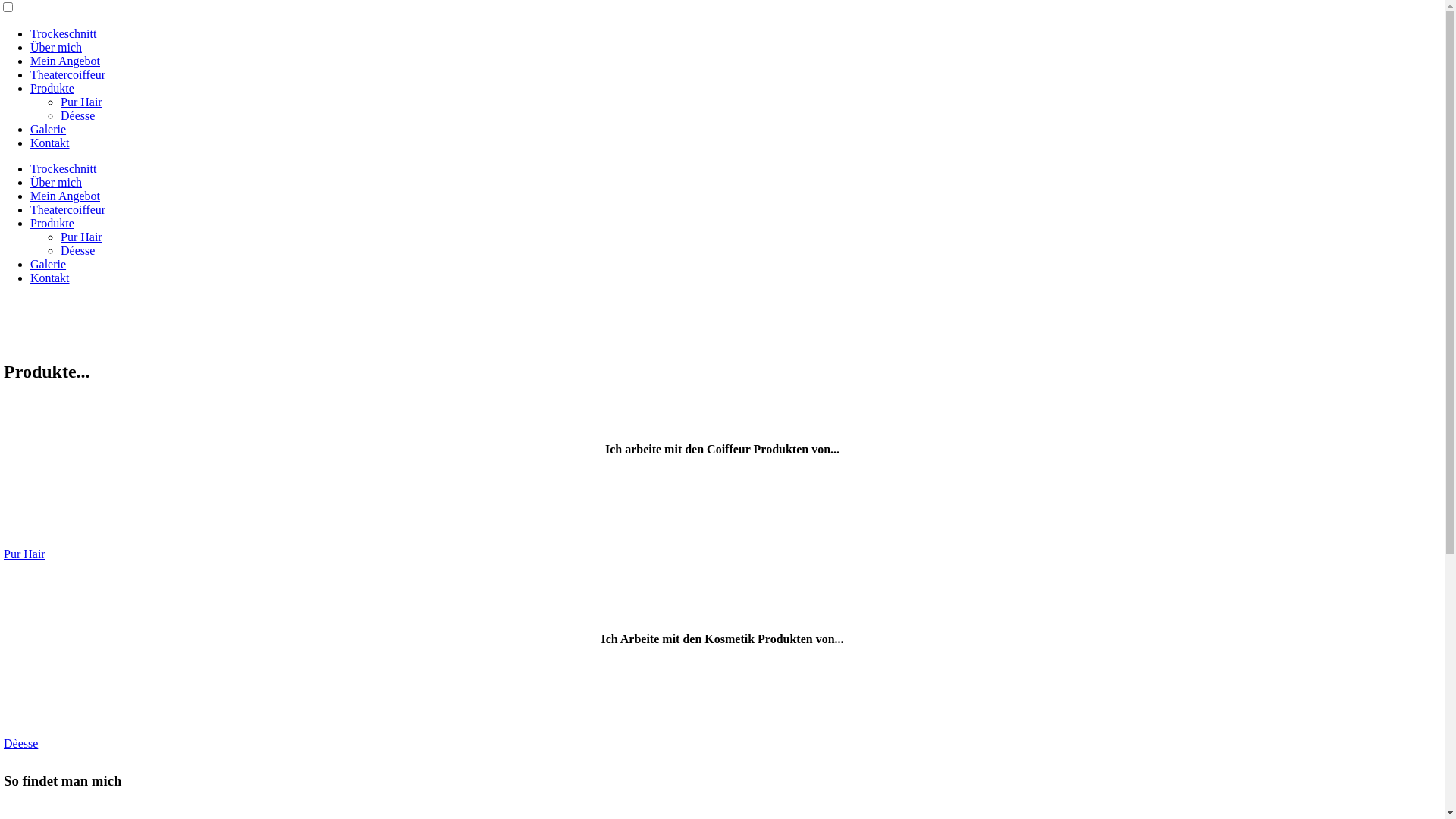 The height and width of the screenshot is (819, 1456). Describe the element at coordinates (62, 33) in the screenshot. I see `'Trockeschnitt'` at that location.